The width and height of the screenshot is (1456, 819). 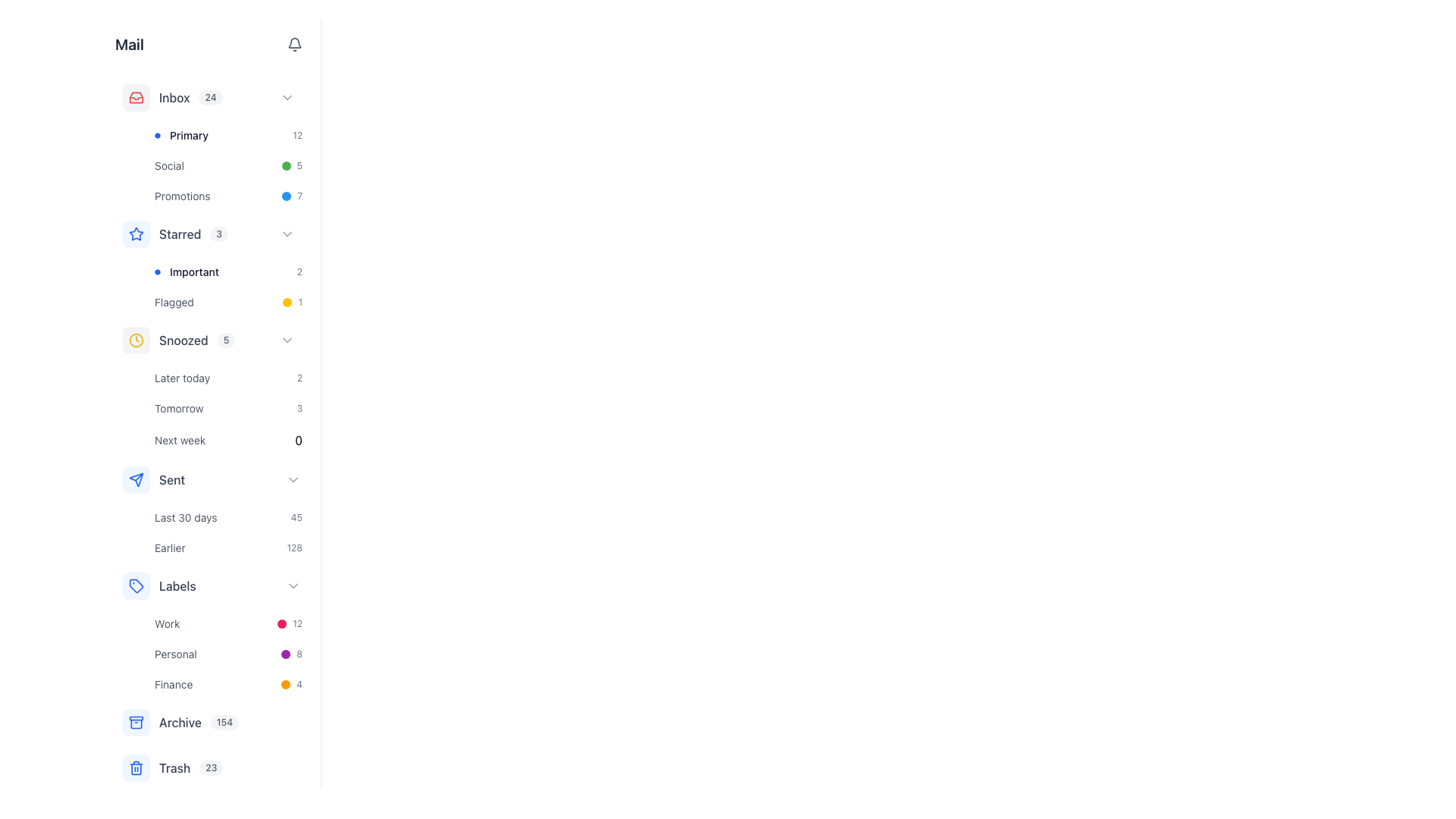 I want to click on the Status indicator located to the left of the number '5' under the 'Social' label in the sidebar section, so click(x=286, y=166).